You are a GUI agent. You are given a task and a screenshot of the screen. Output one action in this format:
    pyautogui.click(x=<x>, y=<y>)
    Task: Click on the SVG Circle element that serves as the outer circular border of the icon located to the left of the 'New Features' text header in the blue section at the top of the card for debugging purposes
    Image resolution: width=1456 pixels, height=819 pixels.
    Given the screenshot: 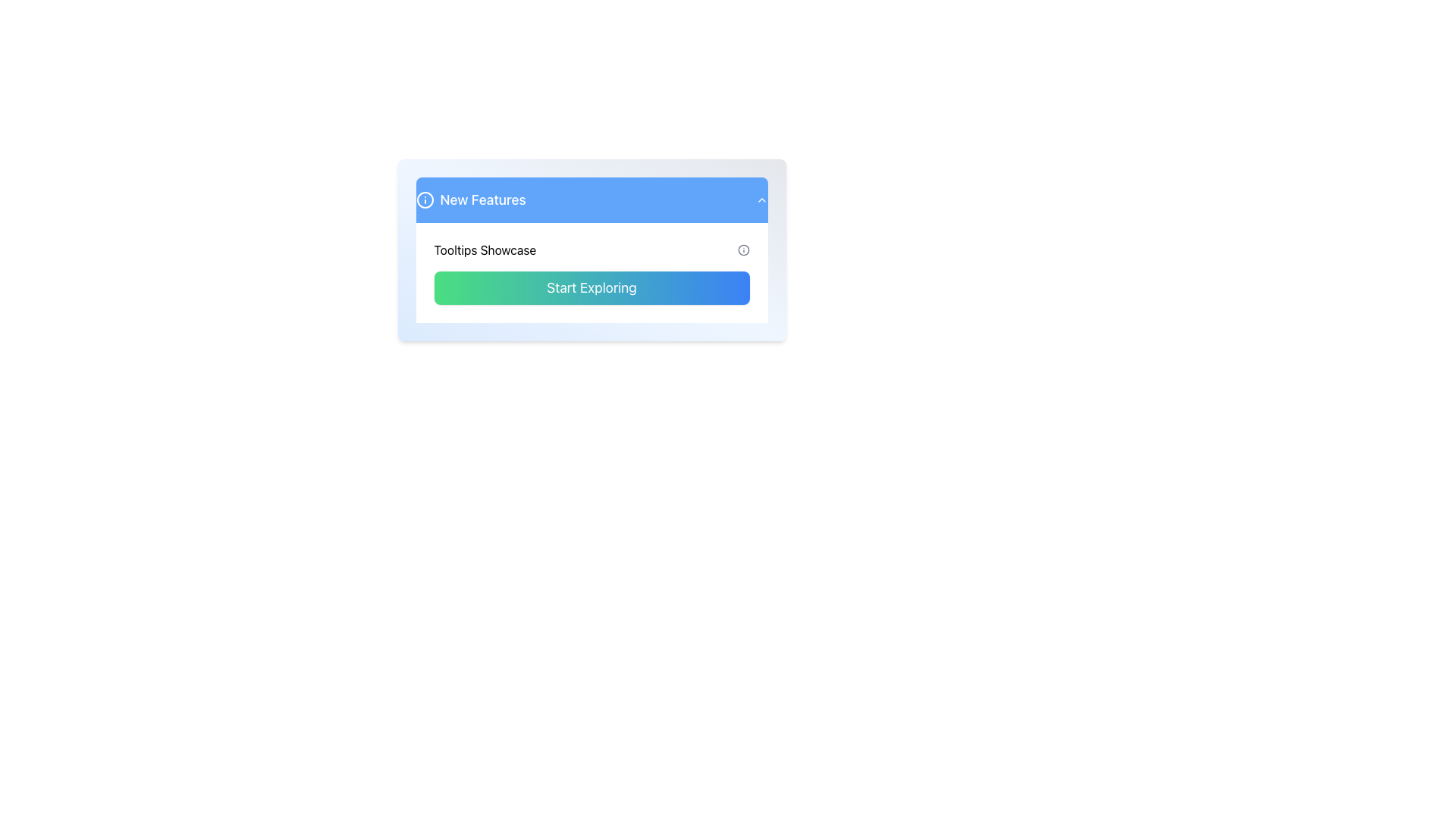 What is the action you would take?
    pyautogui.click(x=425, y=199)
    